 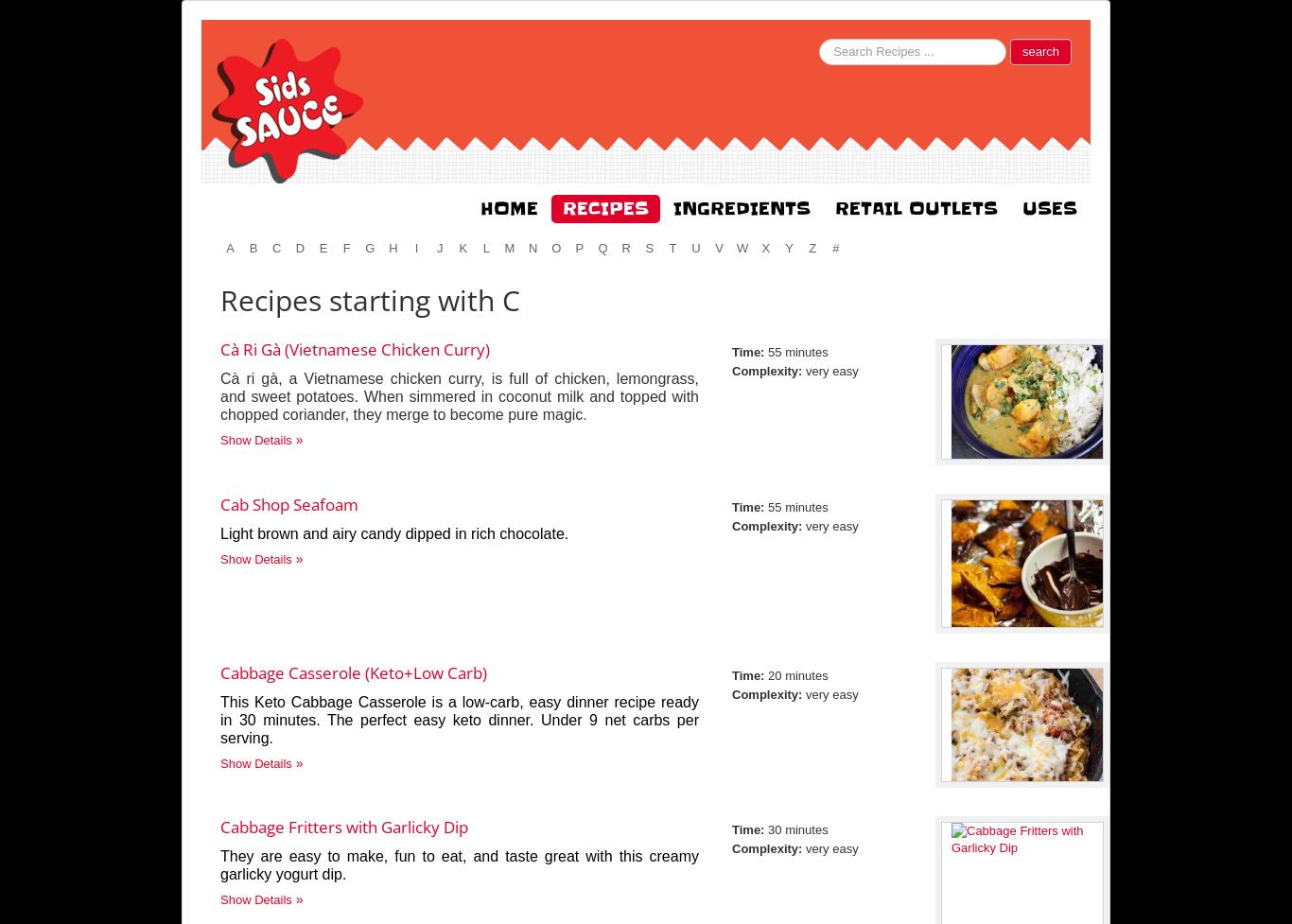 I want to click on 'h', so click(x=392, y=247).